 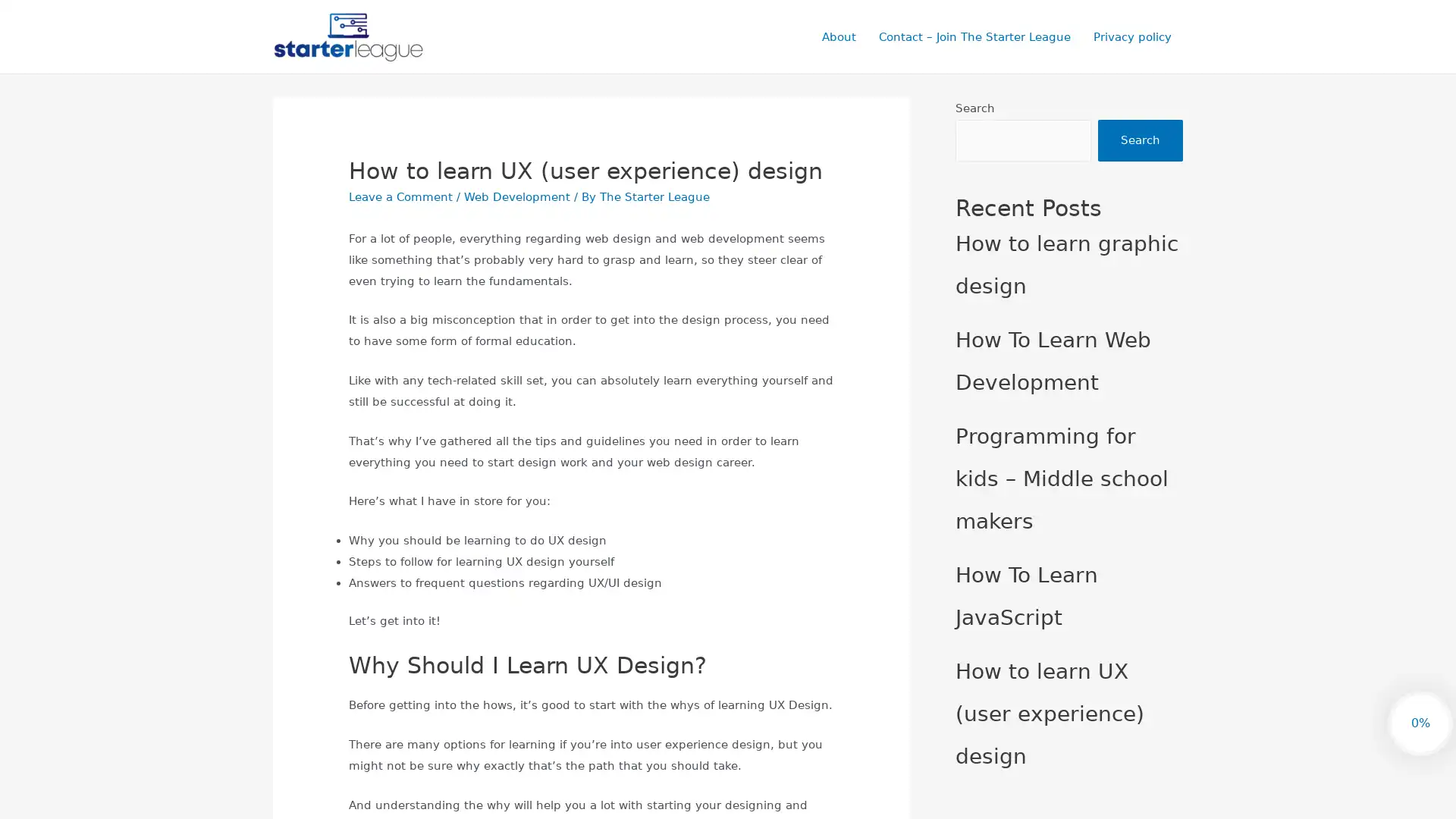 I want to click on Search, so click(x=1140, y=140).